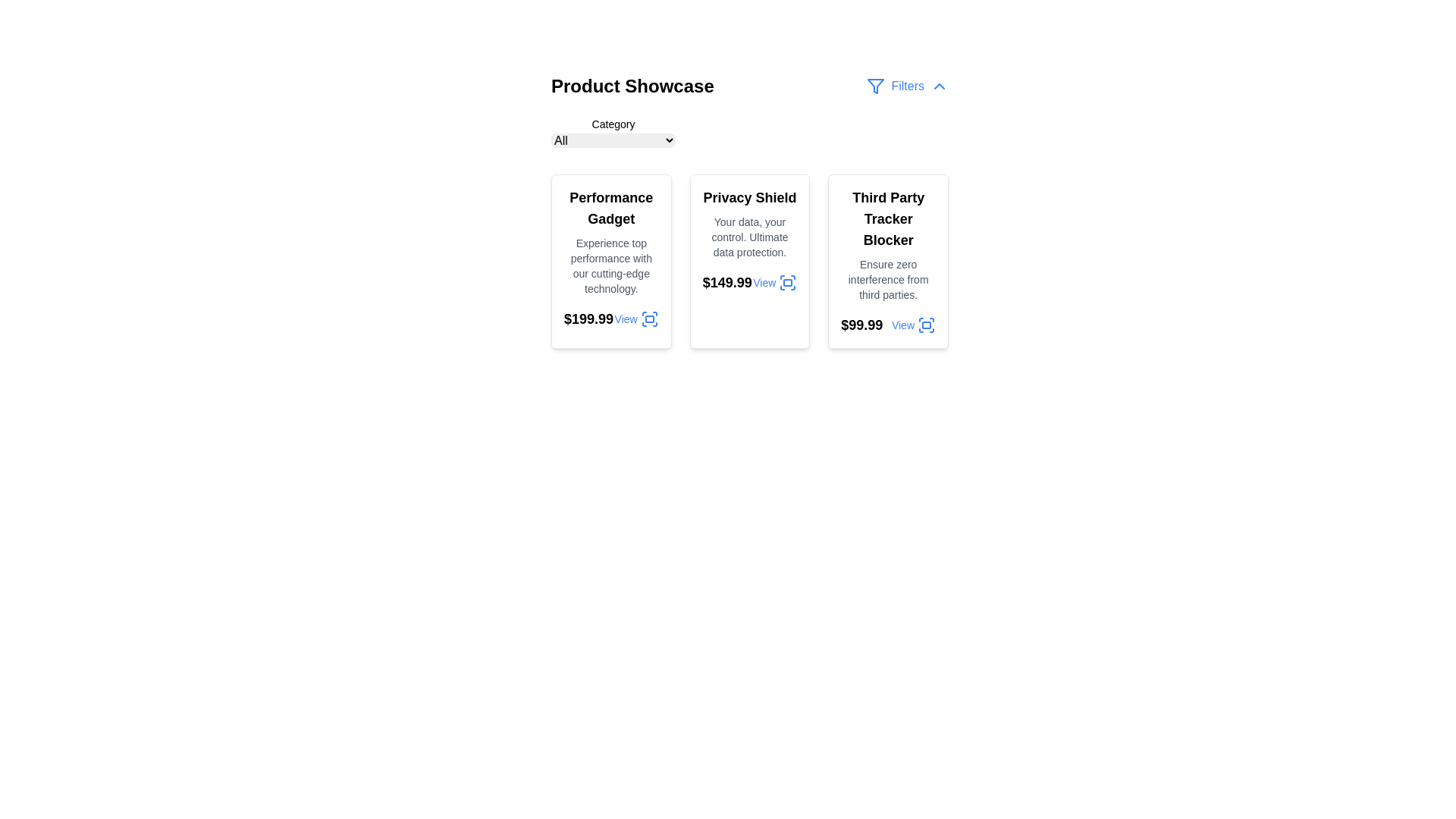  What do you see at coordinates (636, 318) in the screenshot?
I see `the 'View' link located immediately to the right of the price '$199.99' in the bottom section of the first product card` at bounding box center [636, 318].